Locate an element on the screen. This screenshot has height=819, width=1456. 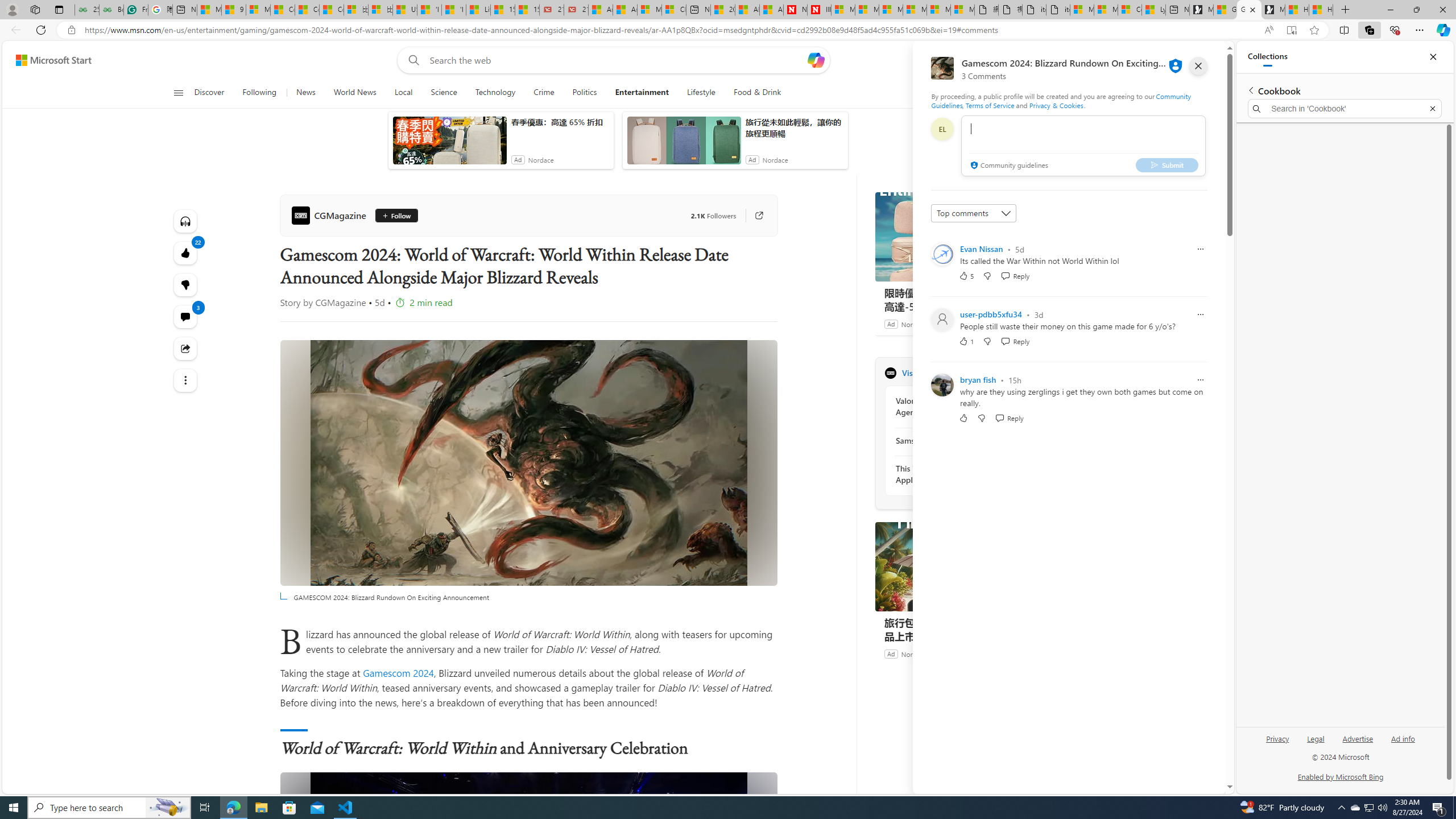
'Evan Nissan' is located at coordinates (981, 248).